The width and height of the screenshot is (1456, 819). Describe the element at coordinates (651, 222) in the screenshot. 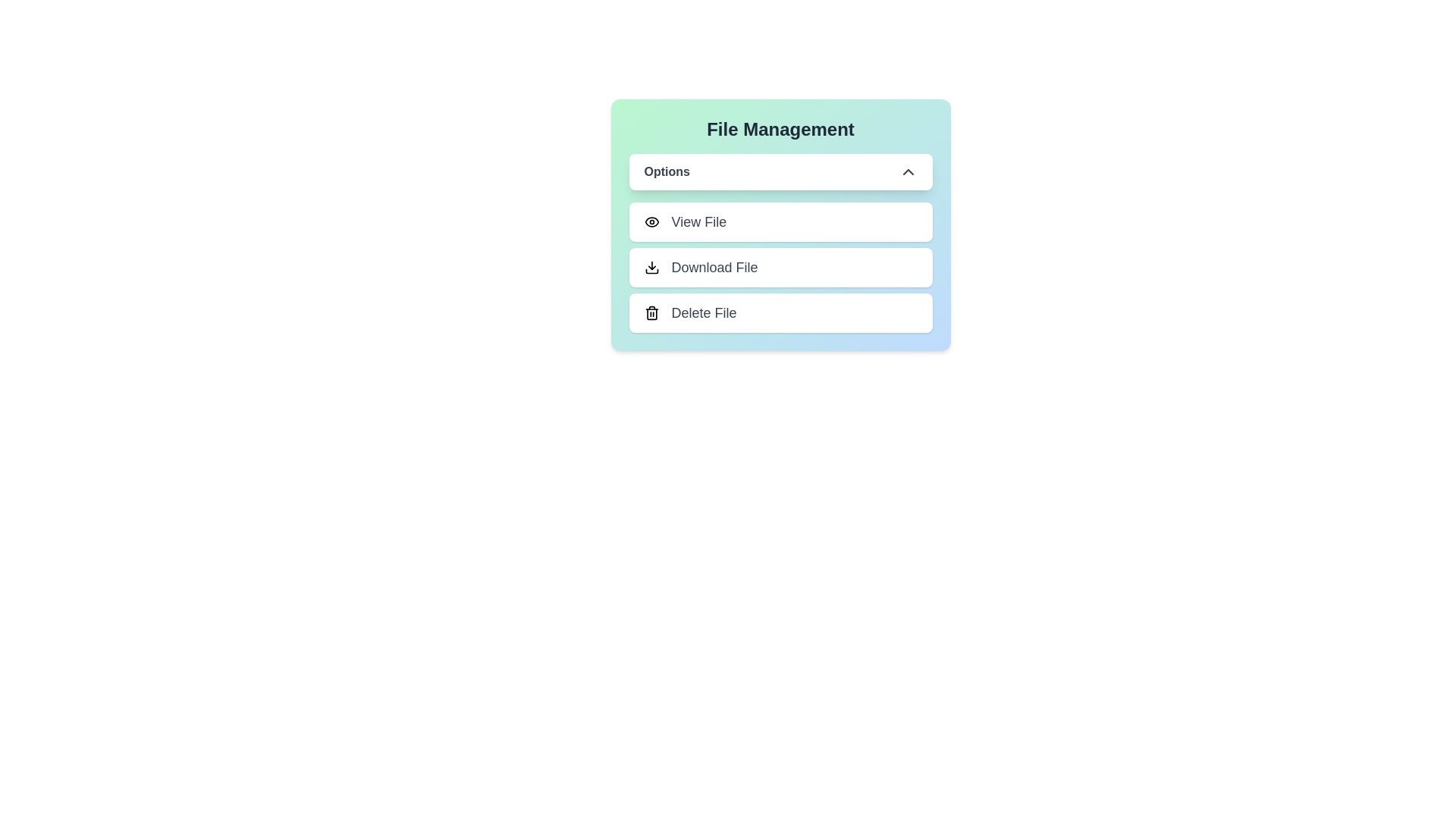

I see `the icon next to the menu option View File` at that location.